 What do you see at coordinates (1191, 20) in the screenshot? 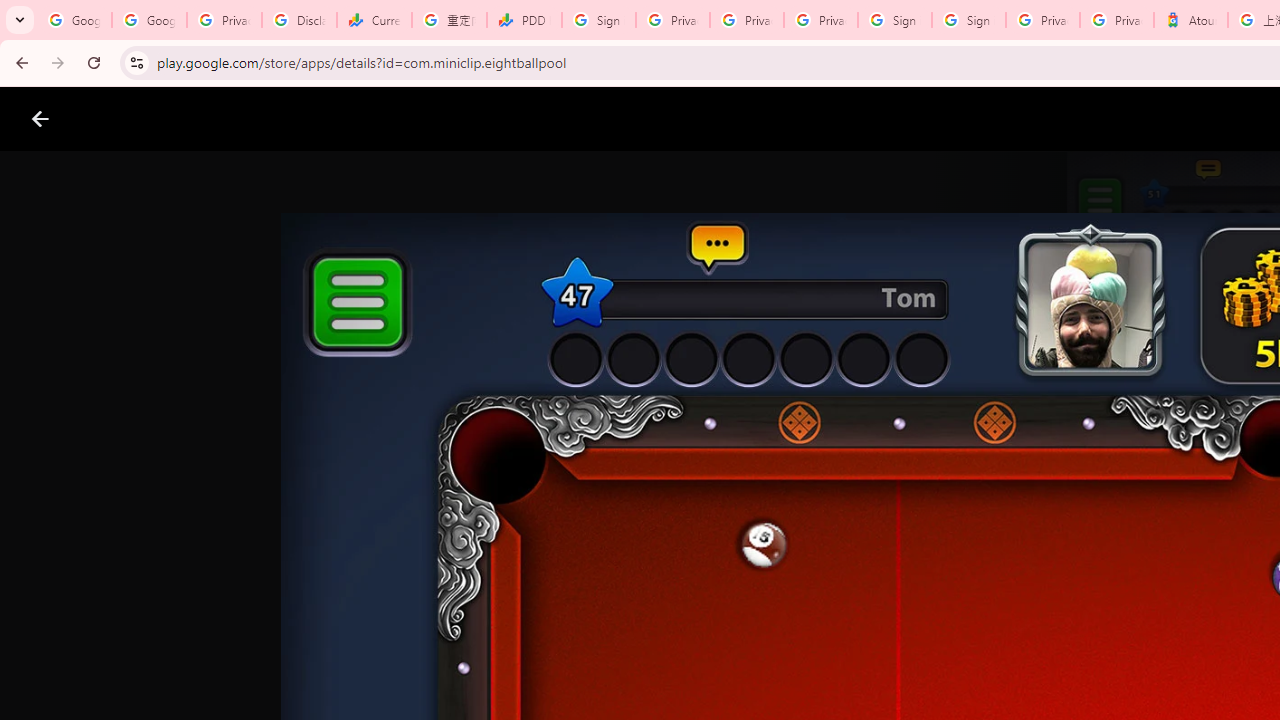
I see `'Atour Hotel - Google hotels'` at bounding box center [1191, 20].